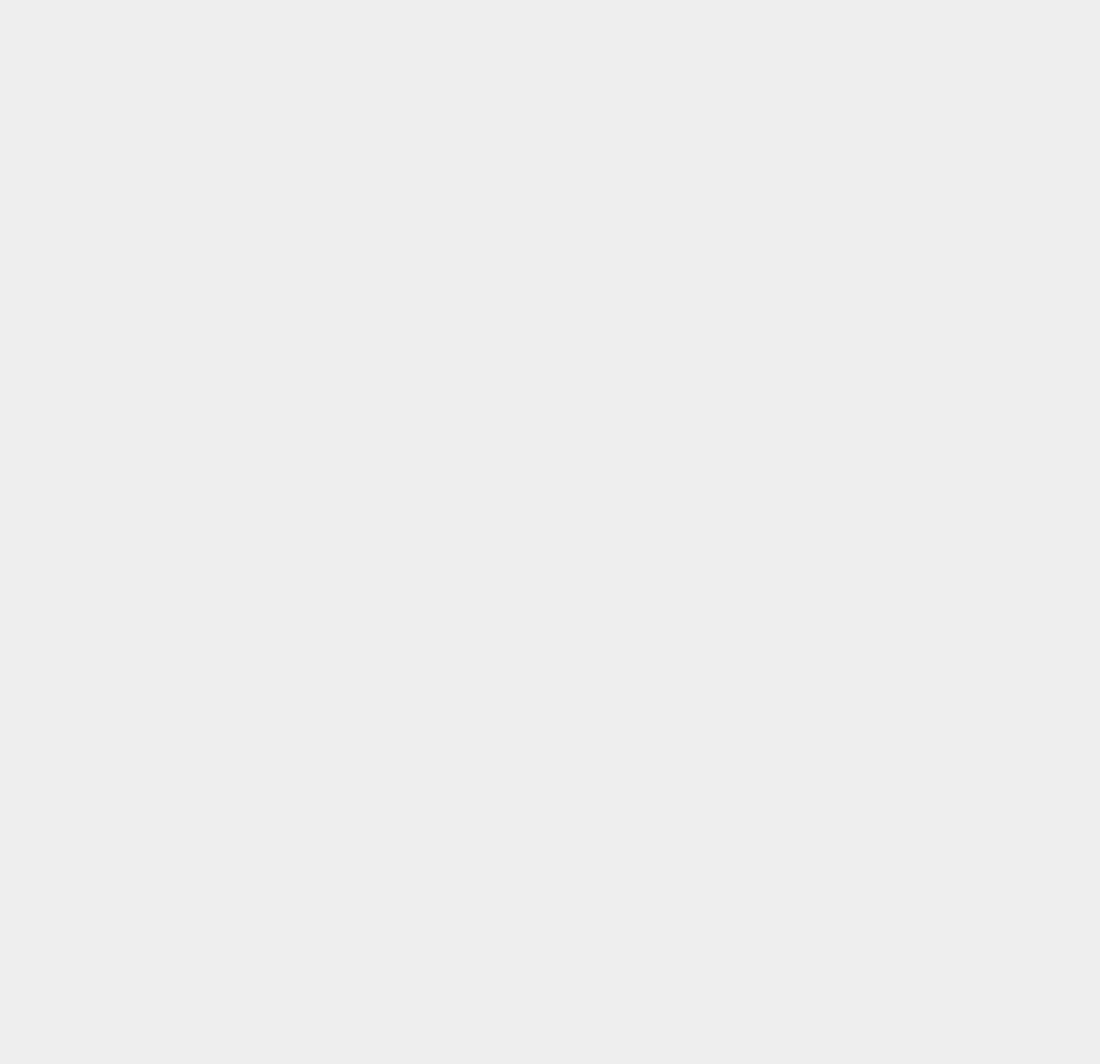 Image resolution: width=1100 pixels, height=1064 pixels. Describe the element at coordinates (825, 694) in the screenshot. I see `'Remote Access'` at that location.